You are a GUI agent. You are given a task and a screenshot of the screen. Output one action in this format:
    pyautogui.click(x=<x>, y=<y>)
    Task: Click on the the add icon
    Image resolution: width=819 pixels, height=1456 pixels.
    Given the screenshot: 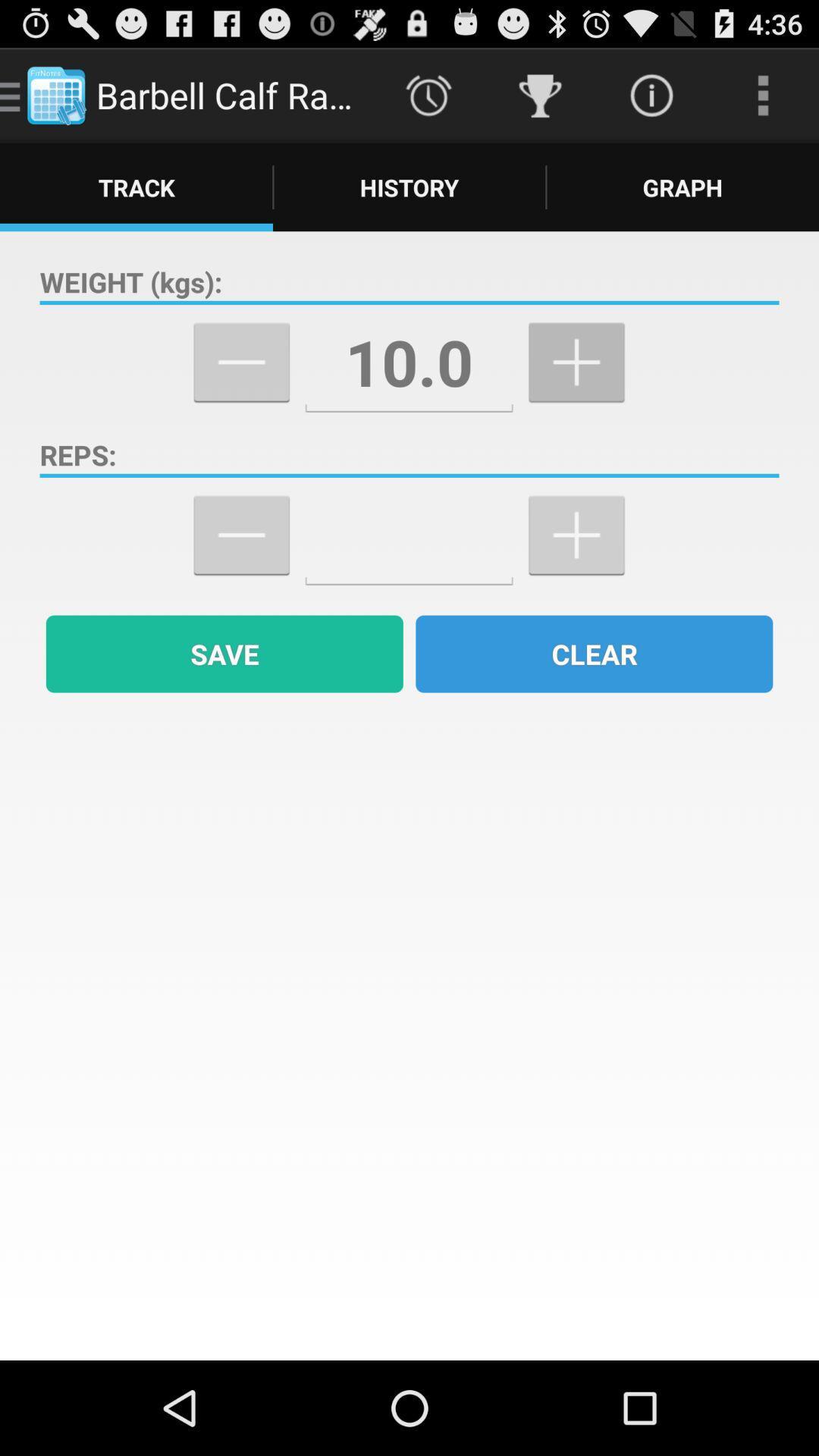 What is the action you would take?
    pyautogui.click(x=576, y=572)
    